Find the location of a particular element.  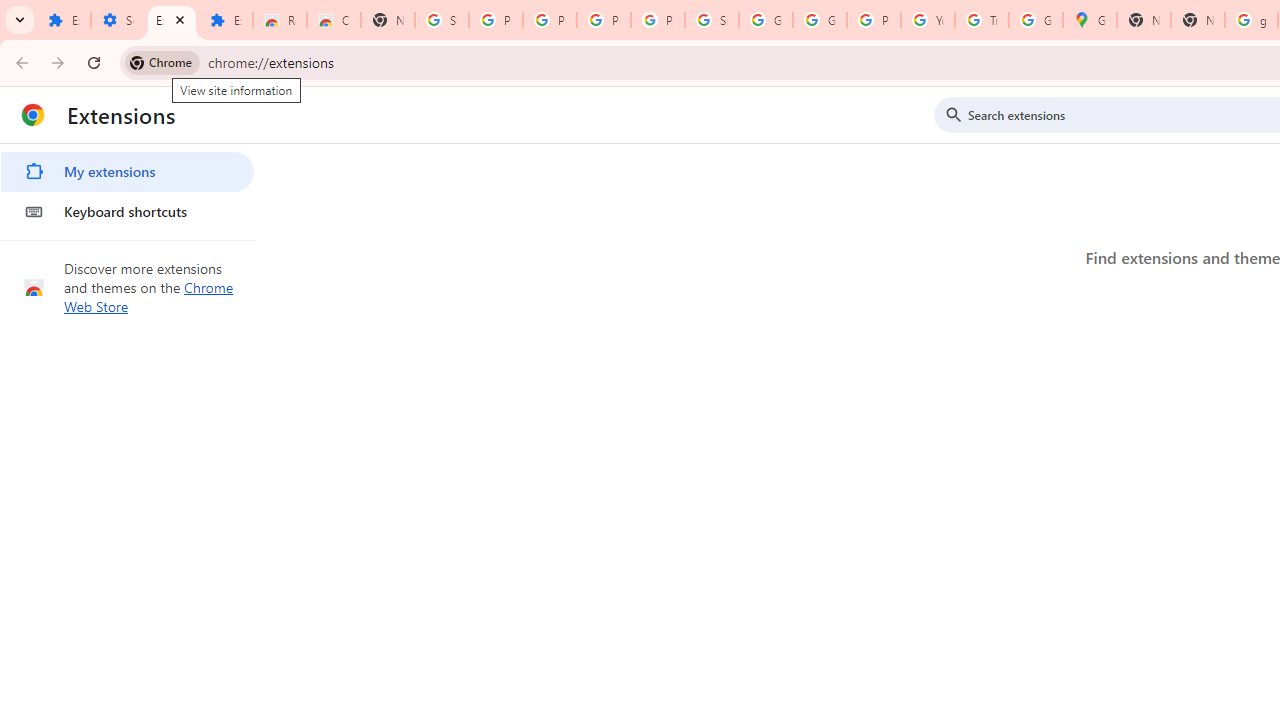

'Chrome Web Store - Themes' is located at coordinates (334, 20).